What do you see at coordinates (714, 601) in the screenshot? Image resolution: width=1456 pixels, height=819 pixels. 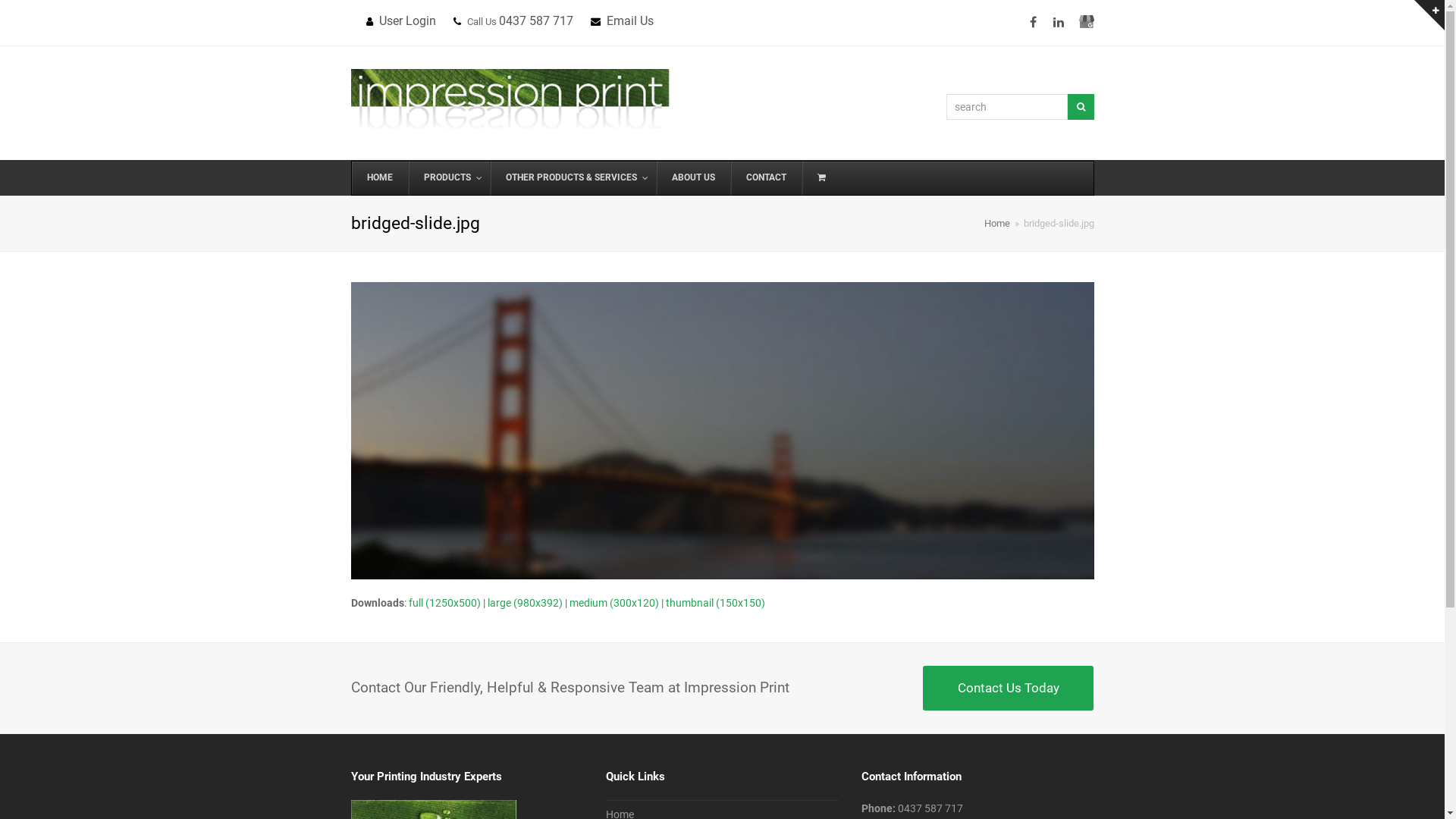 I see `'thumbnail (150x150)'` at bounding box center [714, 601].